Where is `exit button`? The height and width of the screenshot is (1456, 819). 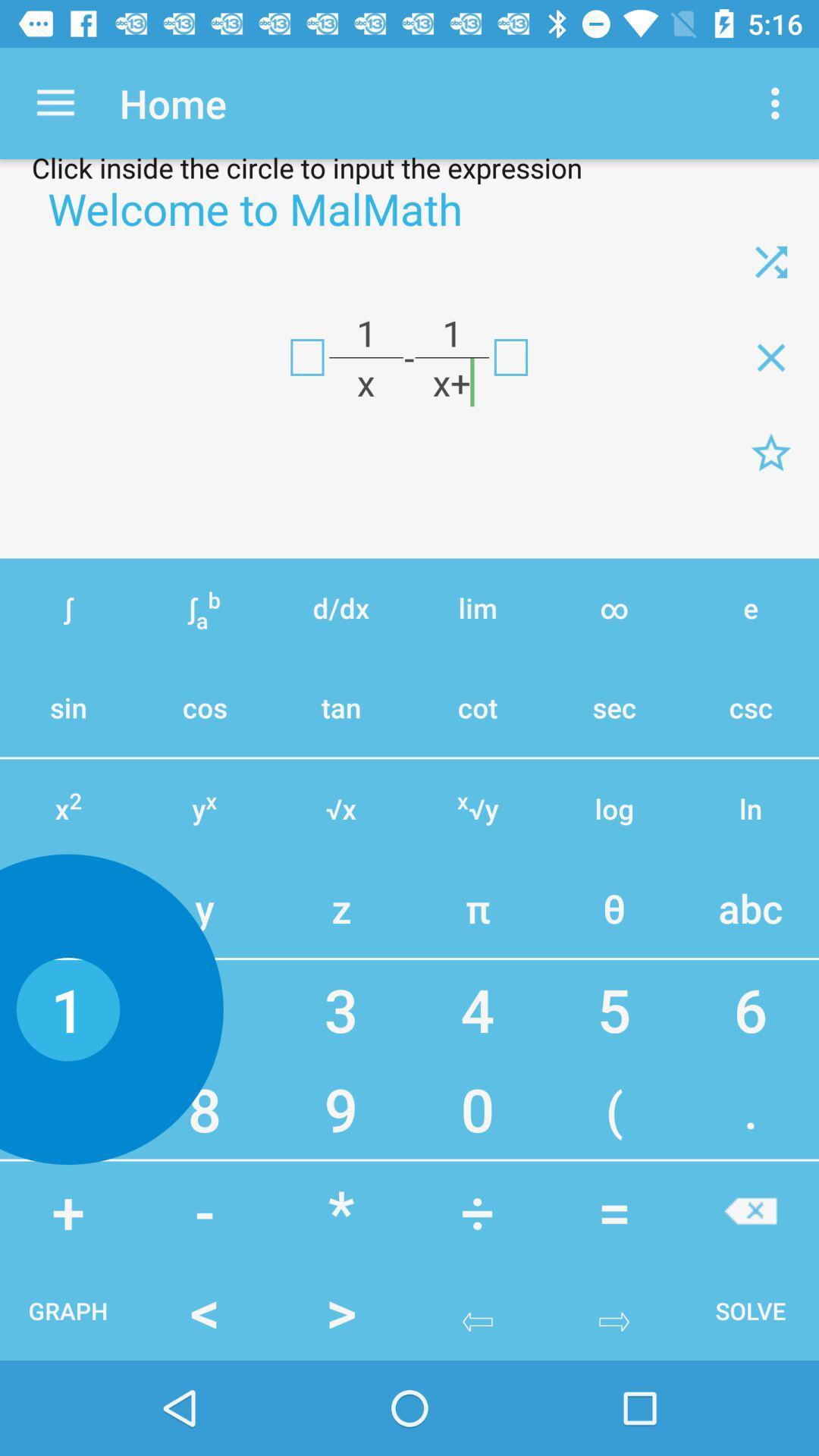
exit button is located at coordinates (510, 356).